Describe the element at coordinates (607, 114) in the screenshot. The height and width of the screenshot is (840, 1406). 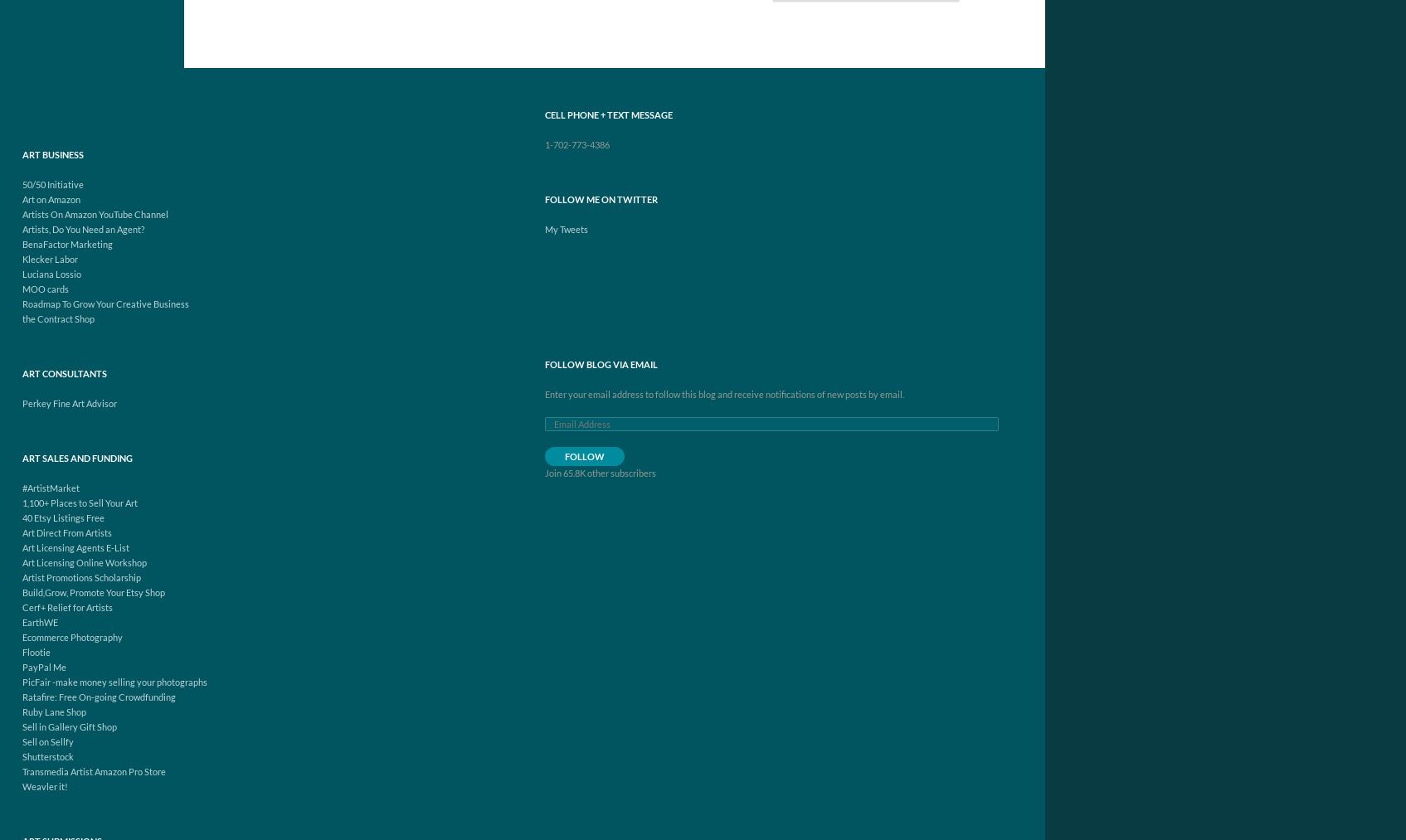
I see `'Cell Phone + Text Message'` at that location.